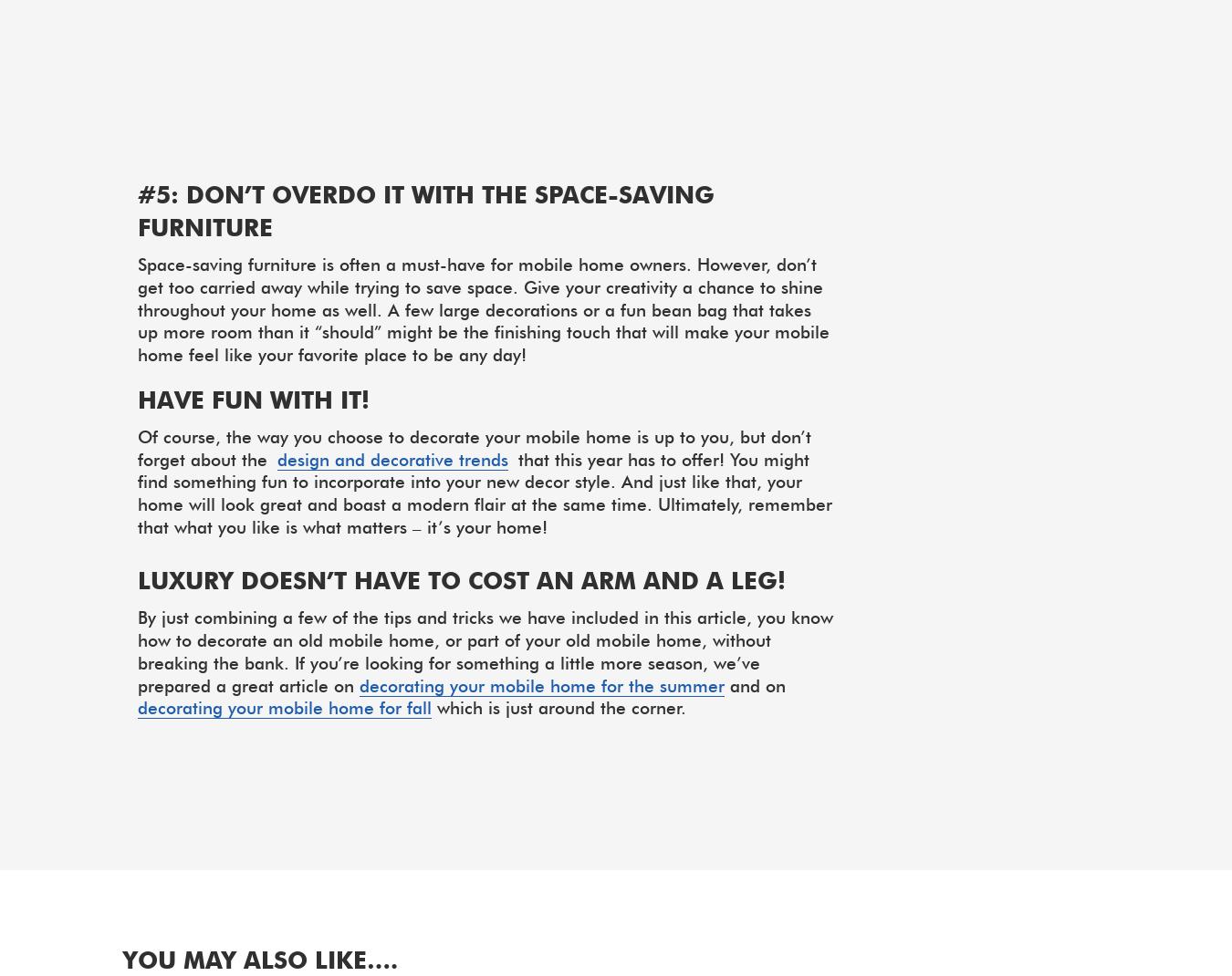 The image size is (1232, 976). What do you see at coordinates (474, 448) in the screenshot?
I see `'Of course, the way you choose to decorate your mobile home is up to you, but don’t forget about the'` at bounding box center [474, 448].